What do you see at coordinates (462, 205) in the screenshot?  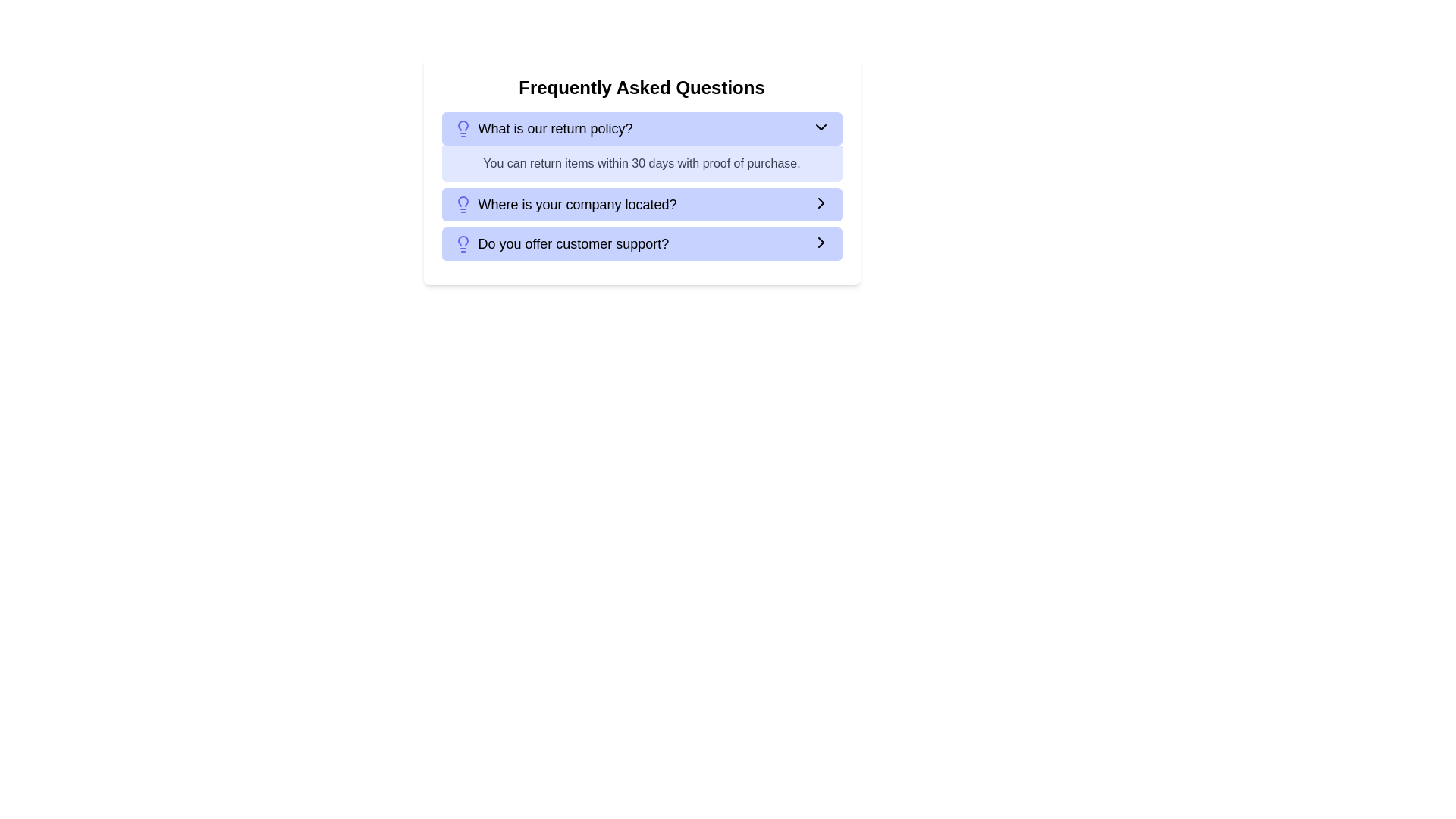 I see `the indigo lightbulb icon located to the left of the text 'Where is your company located?' in the second FAQ entry` at bounding box center [462, 205].